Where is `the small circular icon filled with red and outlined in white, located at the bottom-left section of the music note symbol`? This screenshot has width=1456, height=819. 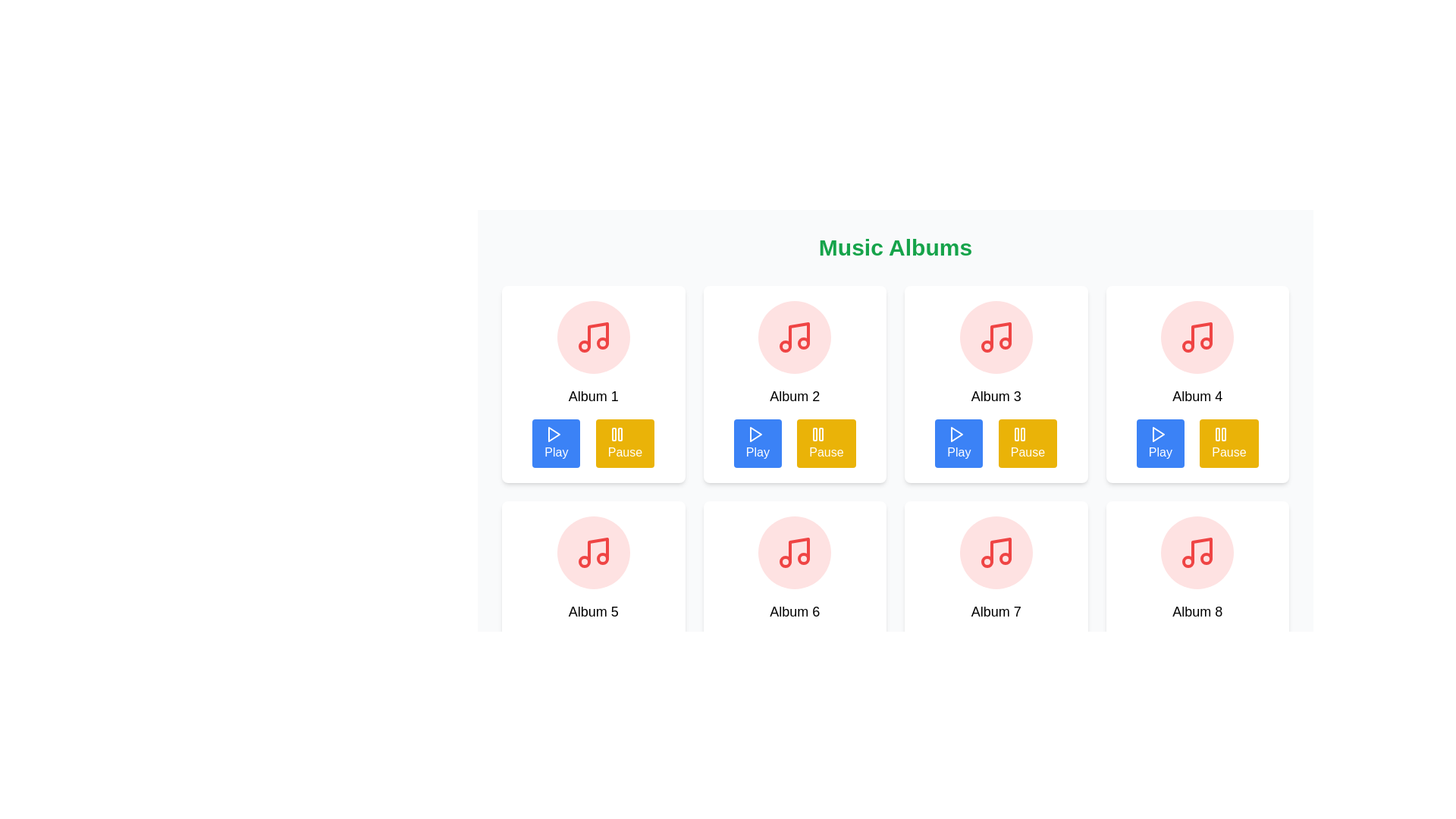
the small circular icon filled with red and outlined in white, located at the bottom-left section of the music note symbol is located at coordinates (1188, 561).